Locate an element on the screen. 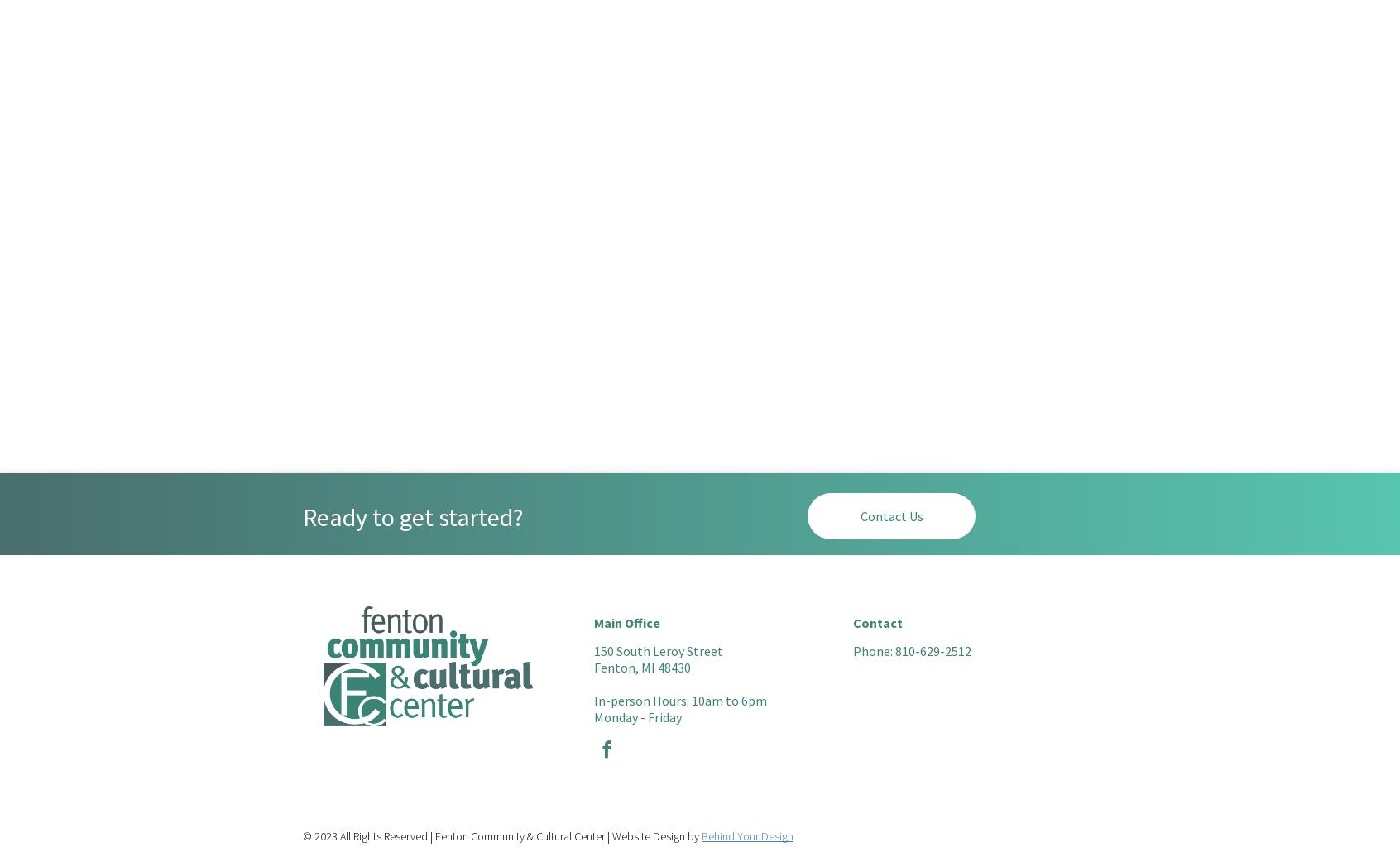 The height and width of the screenshot is (857, 1400). 'Behind Your Design' is located at coordinates (746, 836).